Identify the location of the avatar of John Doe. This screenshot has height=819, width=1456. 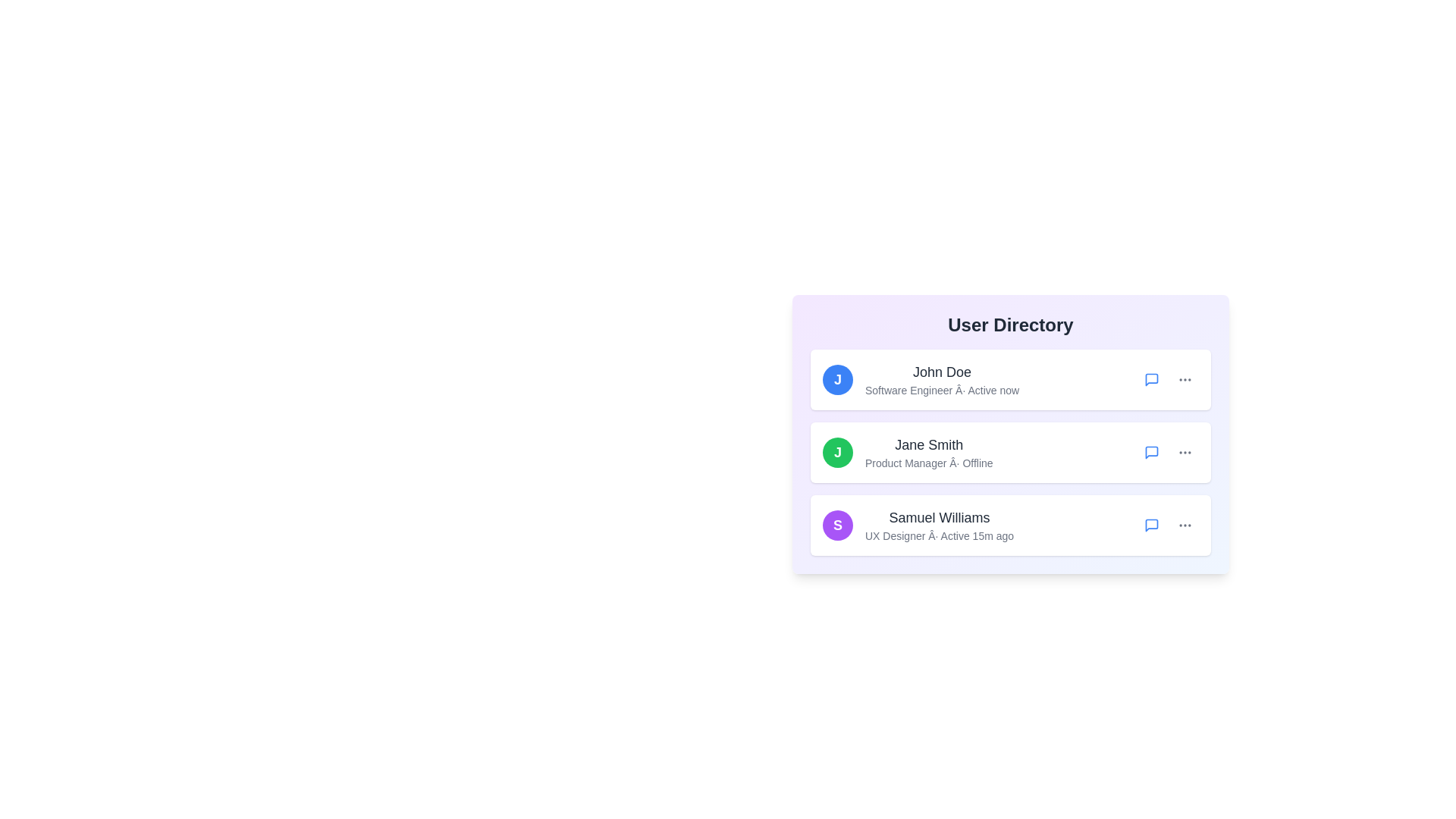
(836, 379).